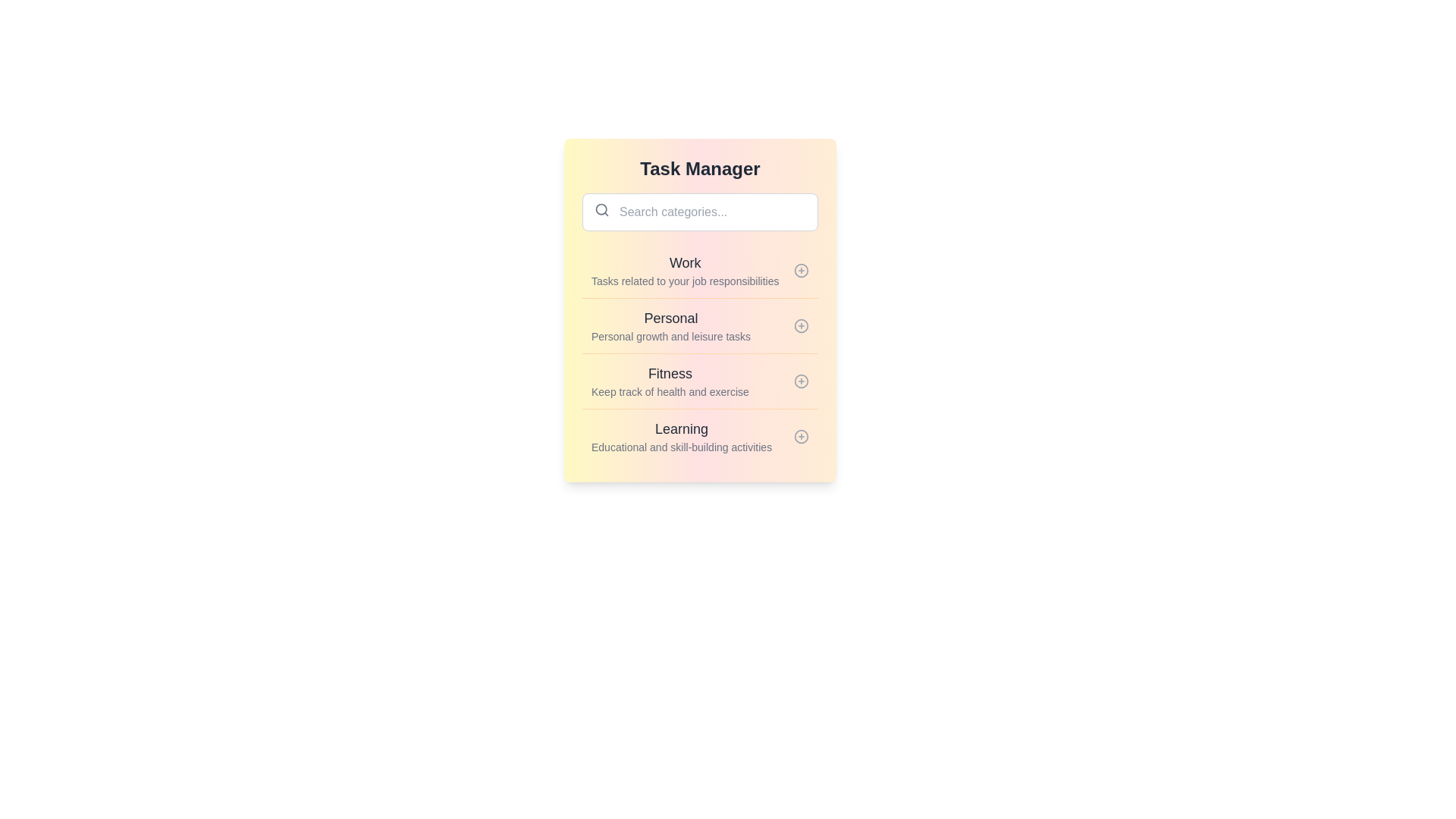 The height and width of the screenshot is (819, 1456). What do you see at coordinates (684, 270) in the screenshot?
I see `the 'Work' category section, which is the first item in the categorized list under 'Task Manager'` at bounding box center [684, 270].